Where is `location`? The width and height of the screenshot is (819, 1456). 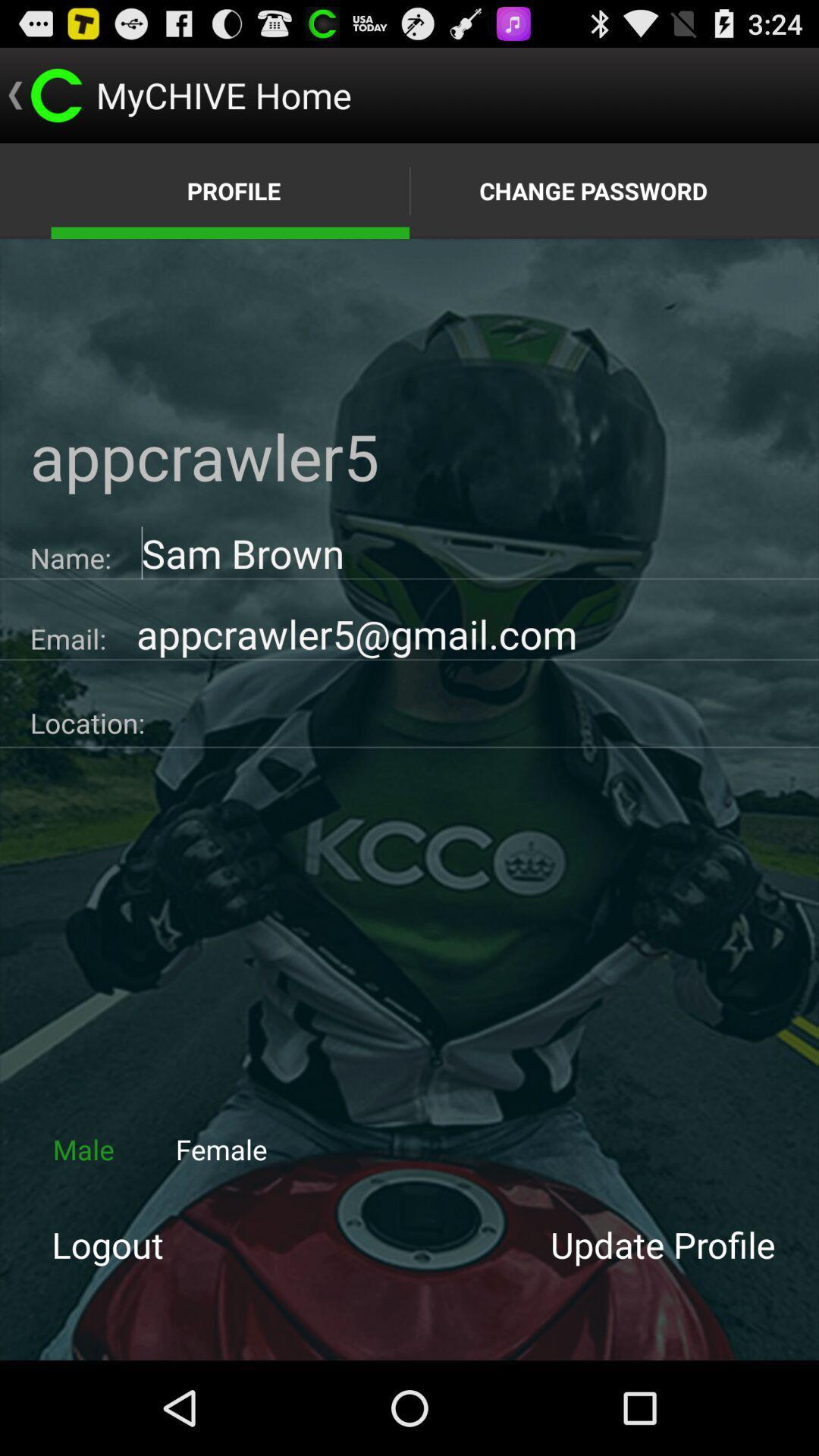 location is located at coordinates (482, 717).